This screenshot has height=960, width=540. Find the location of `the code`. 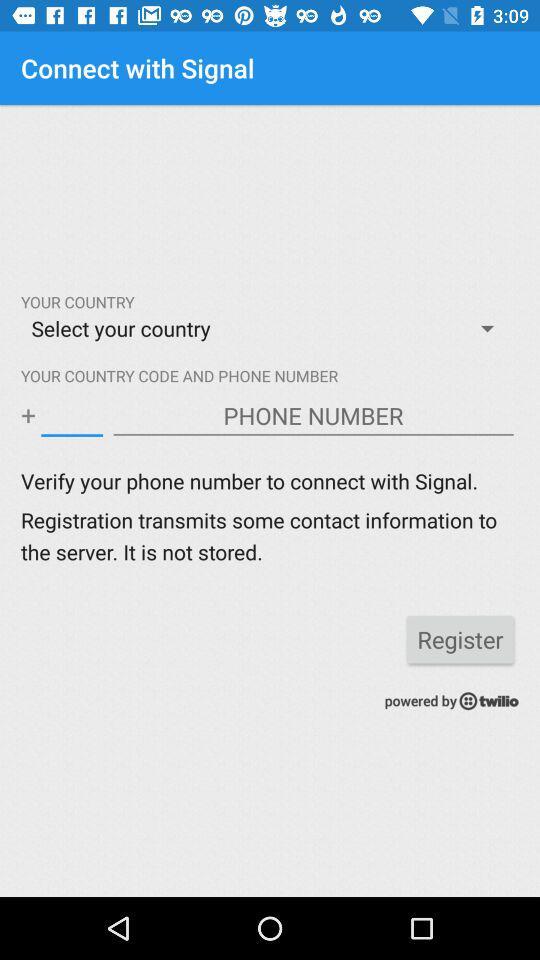

the code is located at coordinates (71, 415).